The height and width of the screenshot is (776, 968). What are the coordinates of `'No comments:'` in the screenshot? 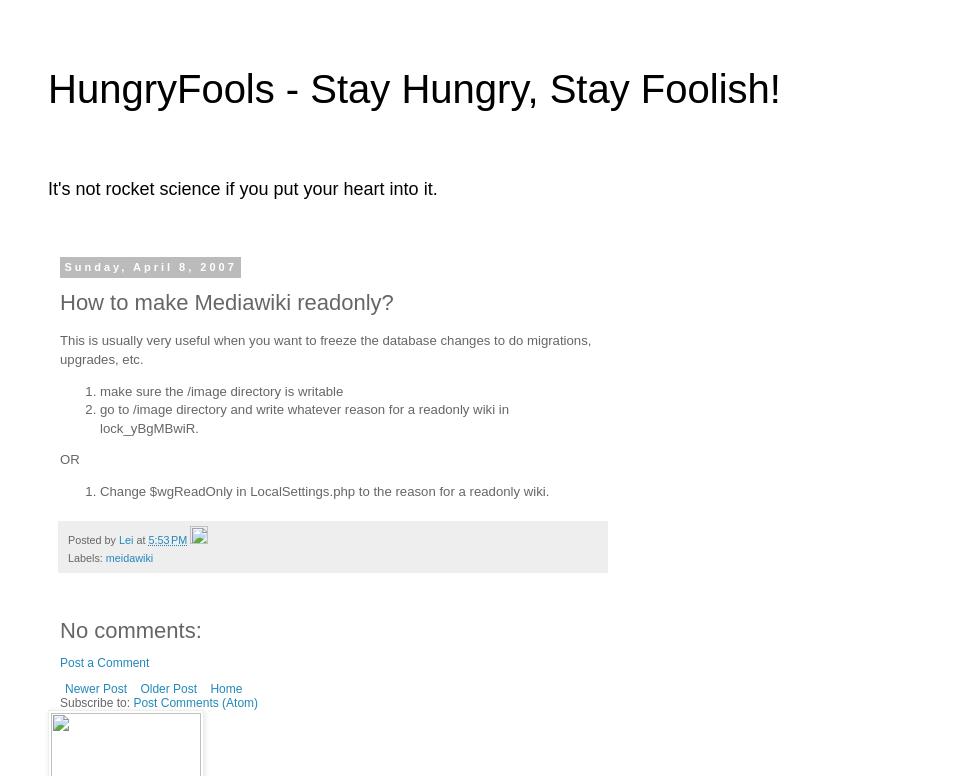 It's located at (129, 629).